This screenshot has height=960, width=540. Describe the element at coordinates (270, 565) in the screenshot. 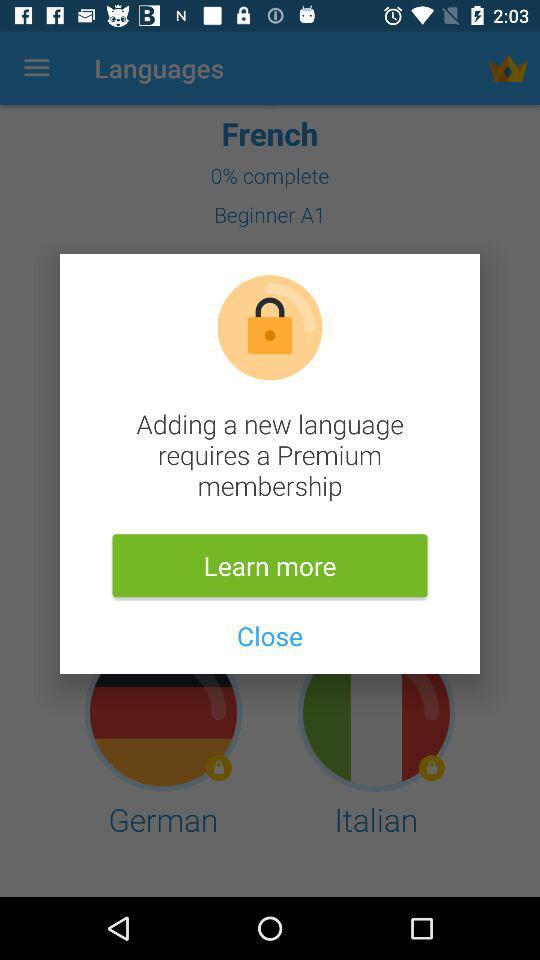

I see `the item above close icon` at that location.